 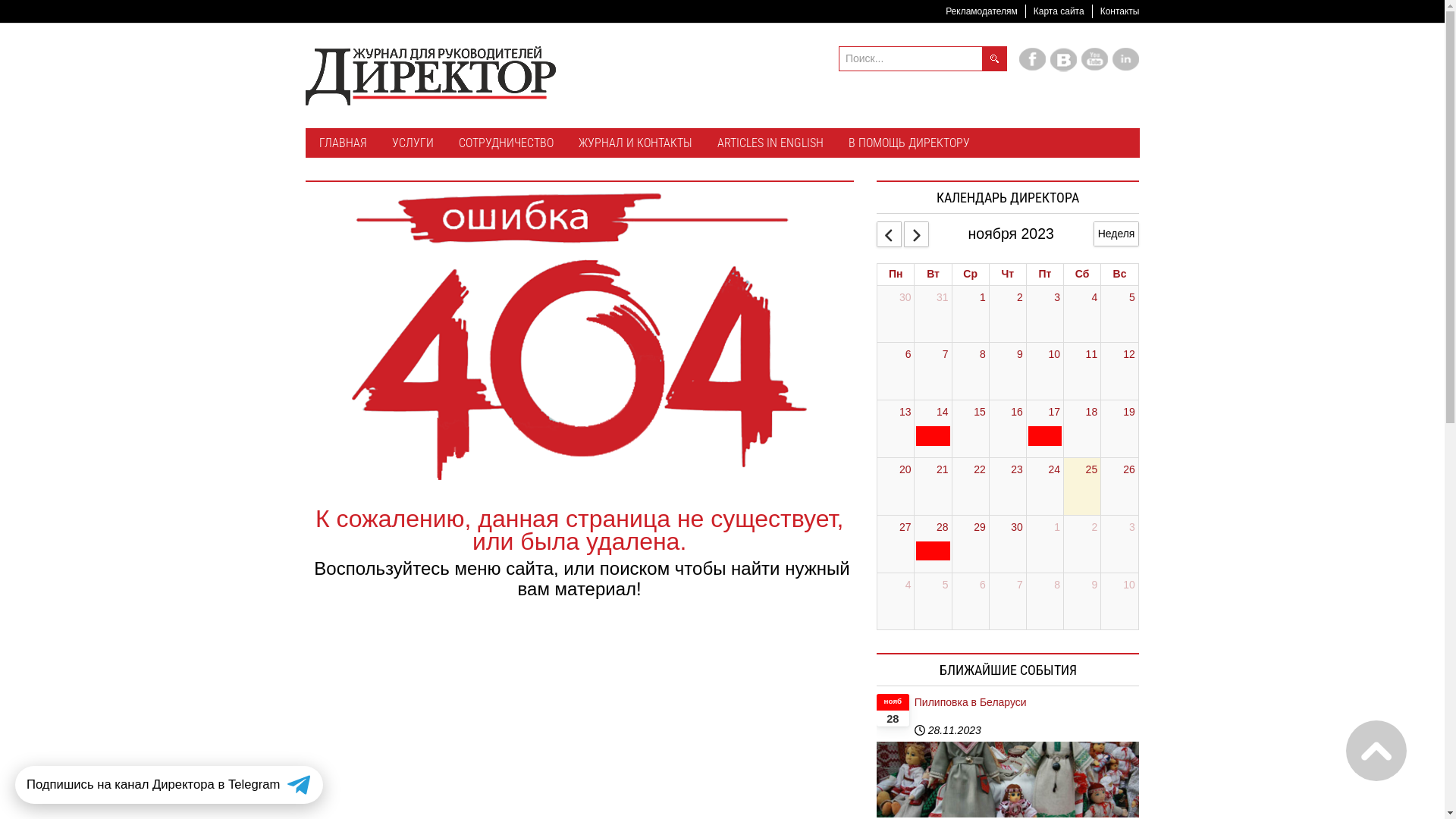 What do you see at coordinates (976, 354) in the screenshot?
I see `'8'` at bounding box center [976, 354].